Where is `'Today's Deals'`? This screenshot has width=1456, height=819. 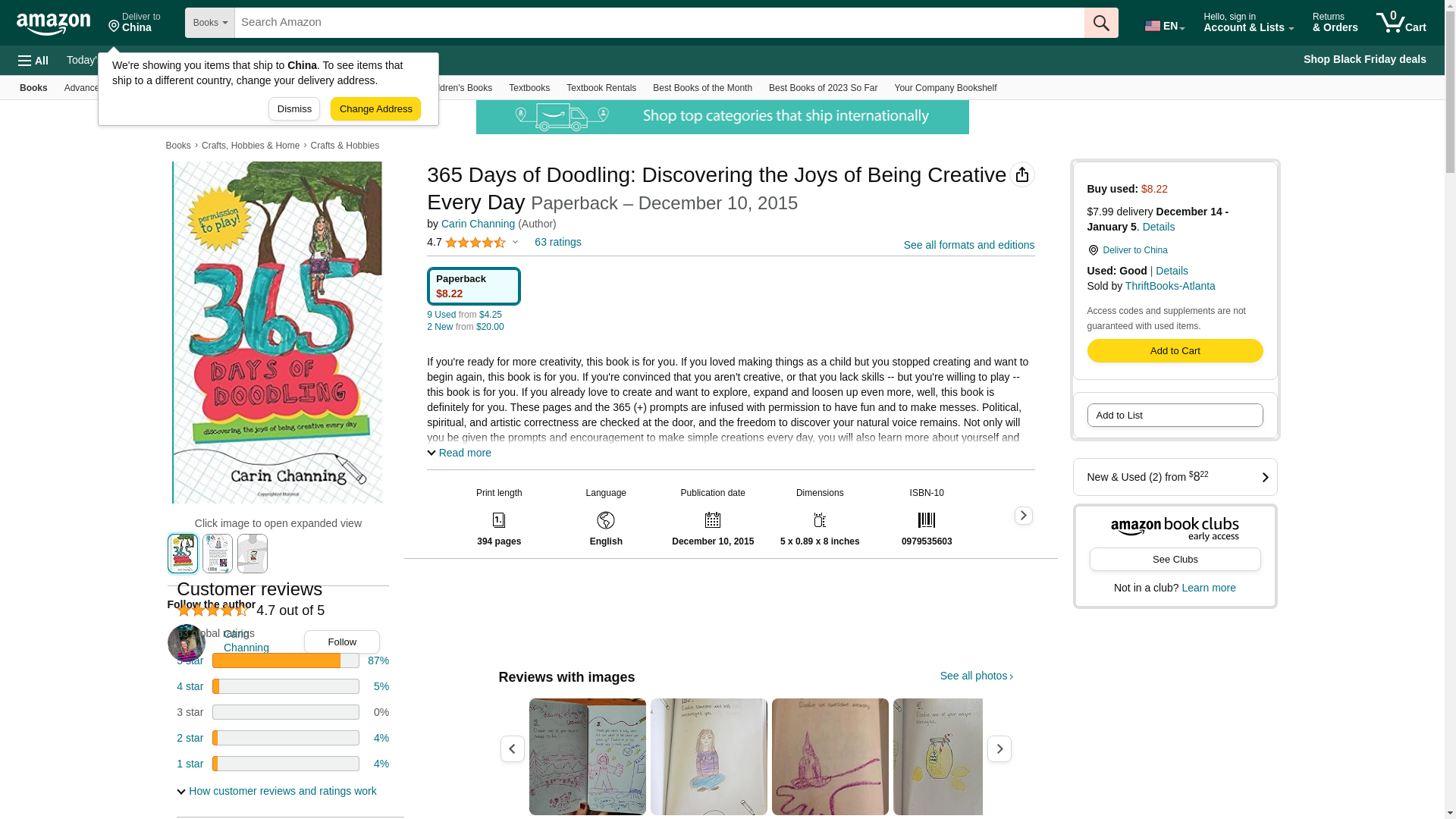 'Today's Deals' is located at coordinates (58, 58).